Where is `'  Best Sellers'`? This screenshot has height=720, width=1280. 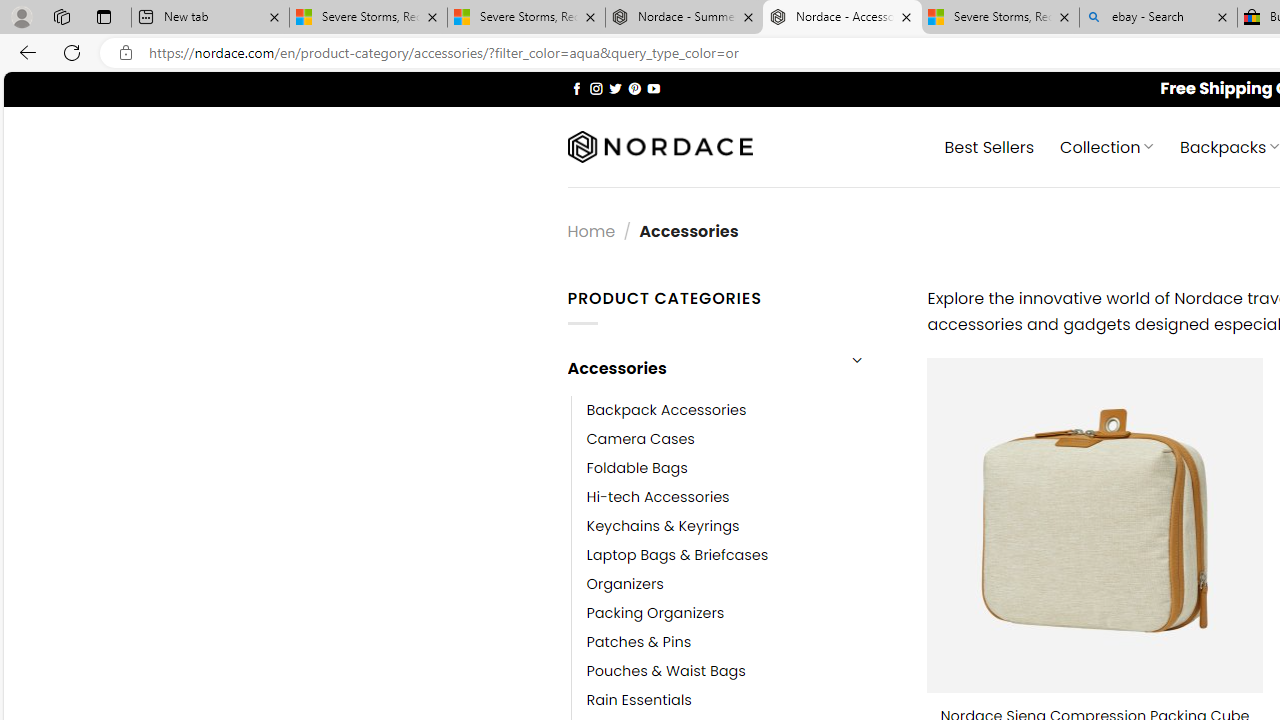
'  Best Sellers' is located at coordinates (990, 145).